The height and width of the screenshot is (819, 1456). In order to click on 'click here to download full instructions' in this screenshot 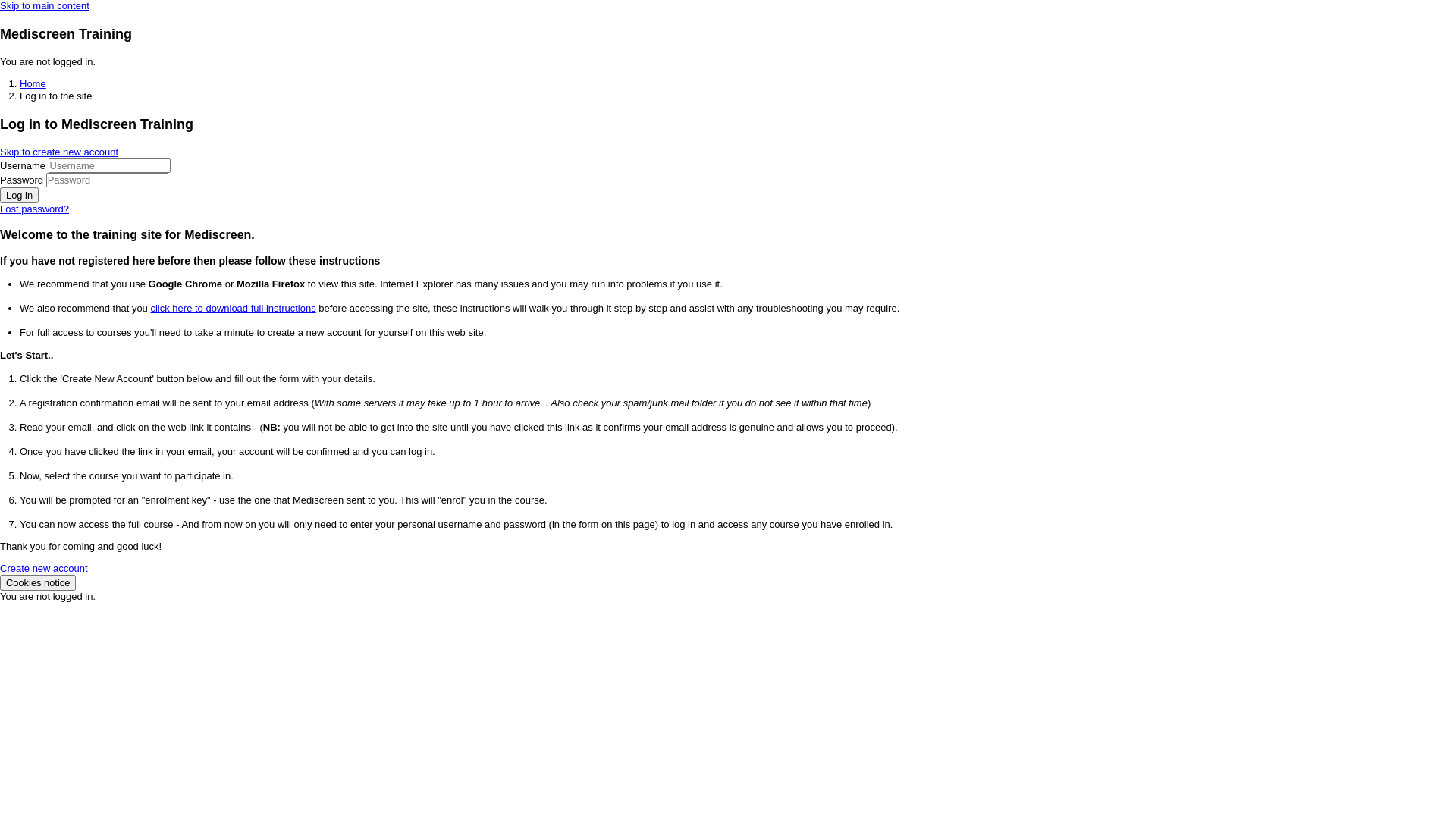, I will do `click(149, 307)`.